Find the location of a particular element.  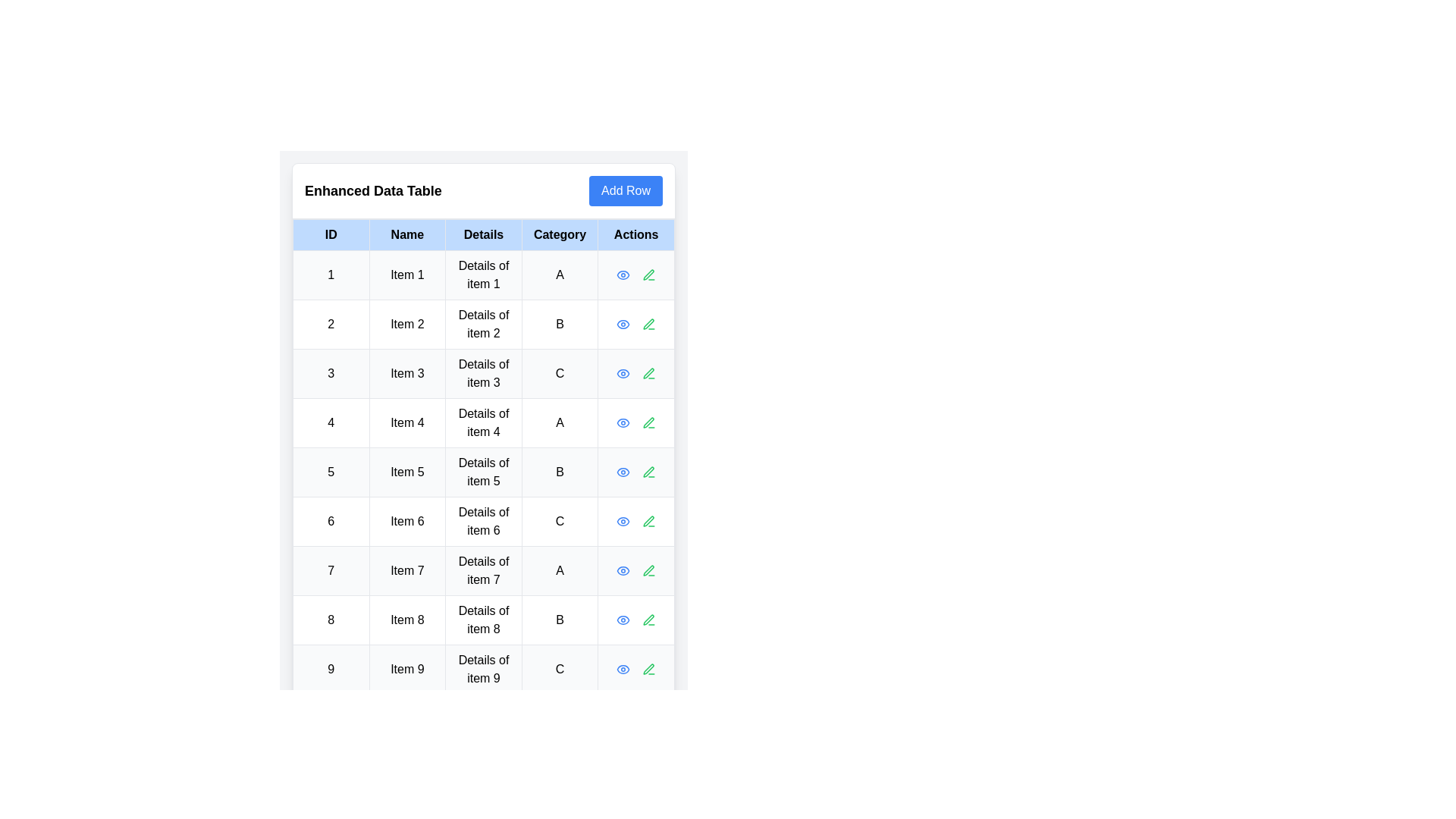

the static text element displaying descriptive information about item 8 in the eighth row and 'Details' column of the table is located at coordinates (483, 620).